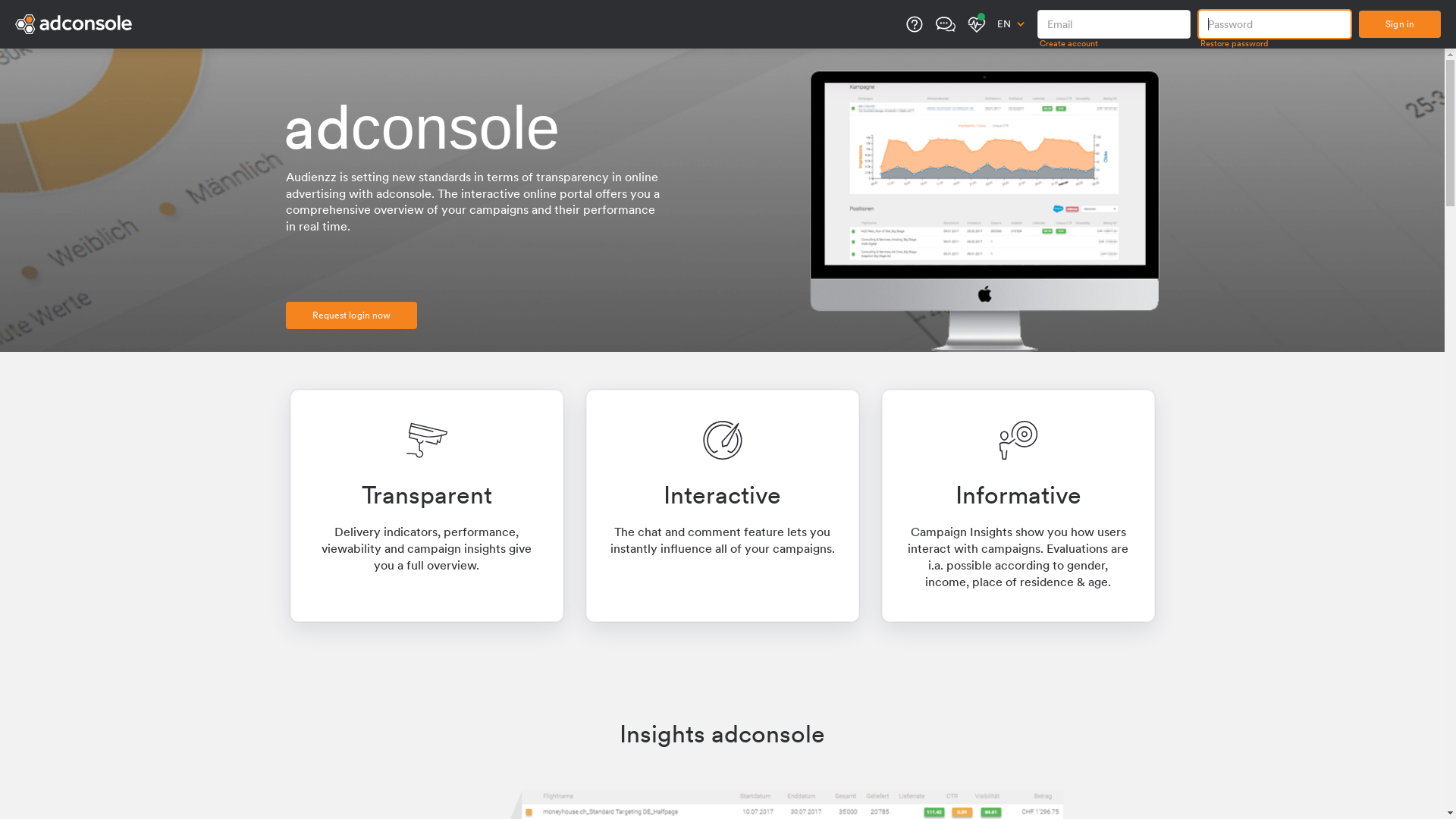 Image resolution: width=1456 pixels, height=819 pixels. I want to click on 'Sign in', so click(1399, 24).